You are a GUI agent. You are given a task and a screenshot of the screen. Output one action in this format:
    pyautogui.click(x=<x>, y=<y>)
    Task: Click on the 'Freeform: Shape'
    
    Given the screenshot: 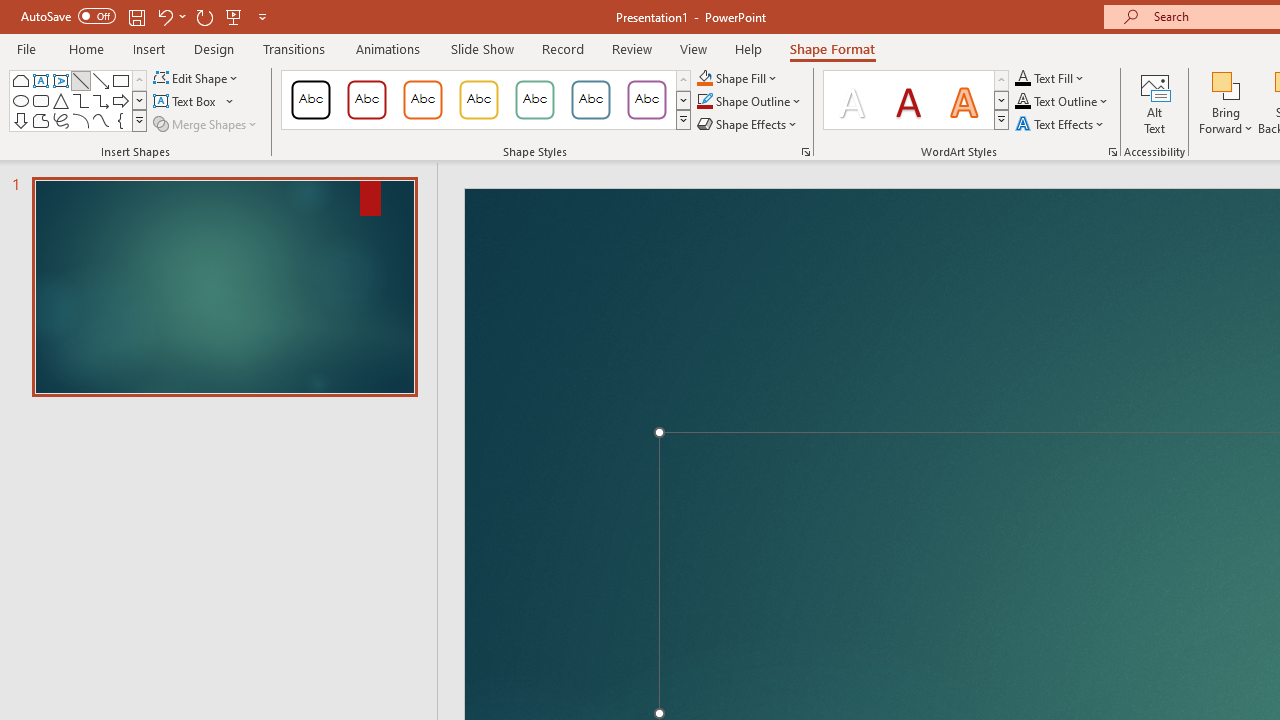 What is the action you would take?
    pyautogui.click(x=40, y=120)
    